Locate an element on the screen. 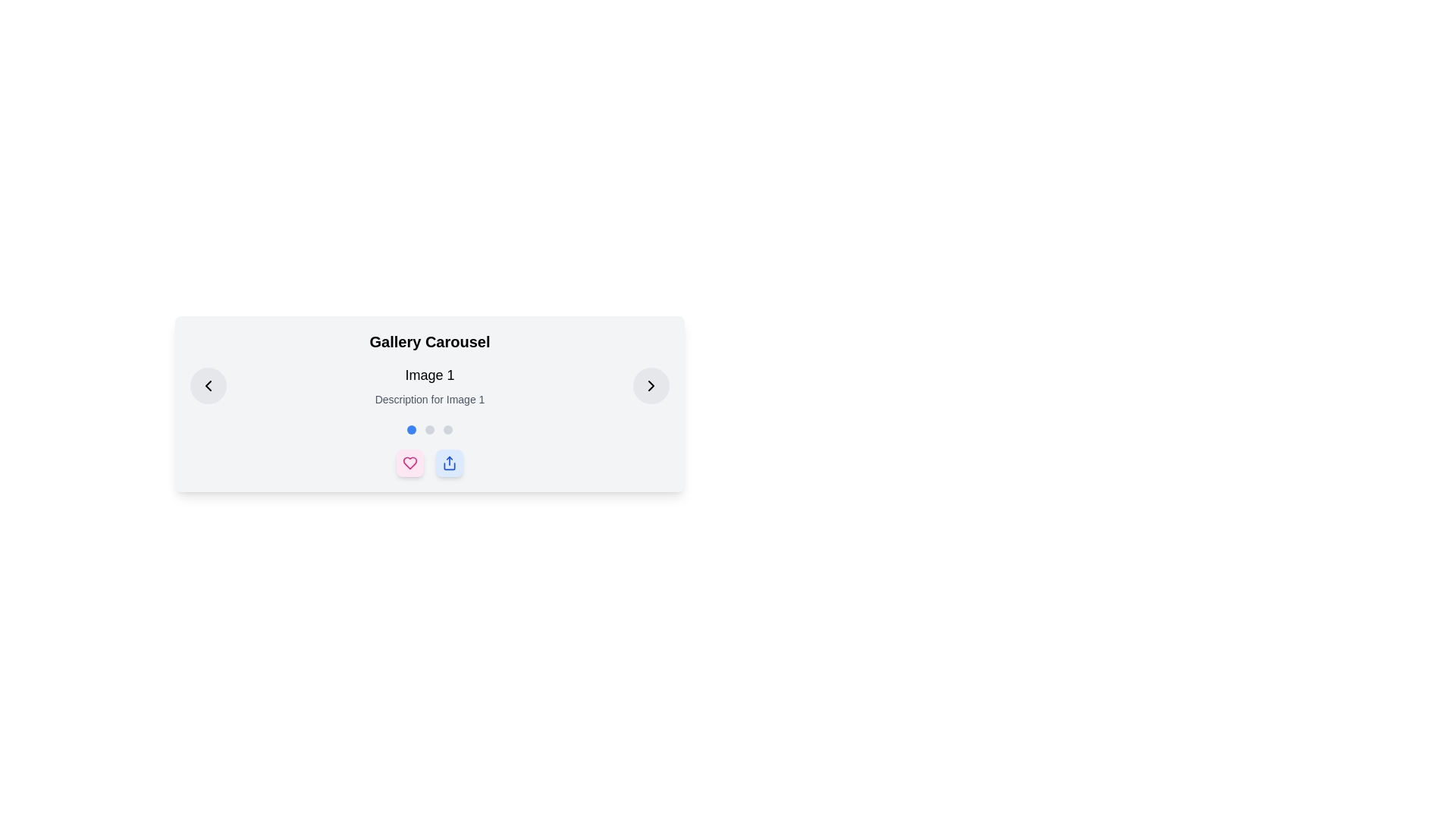  the circular button containing the left-facing chevron icon is located at coordinates (207, 385).